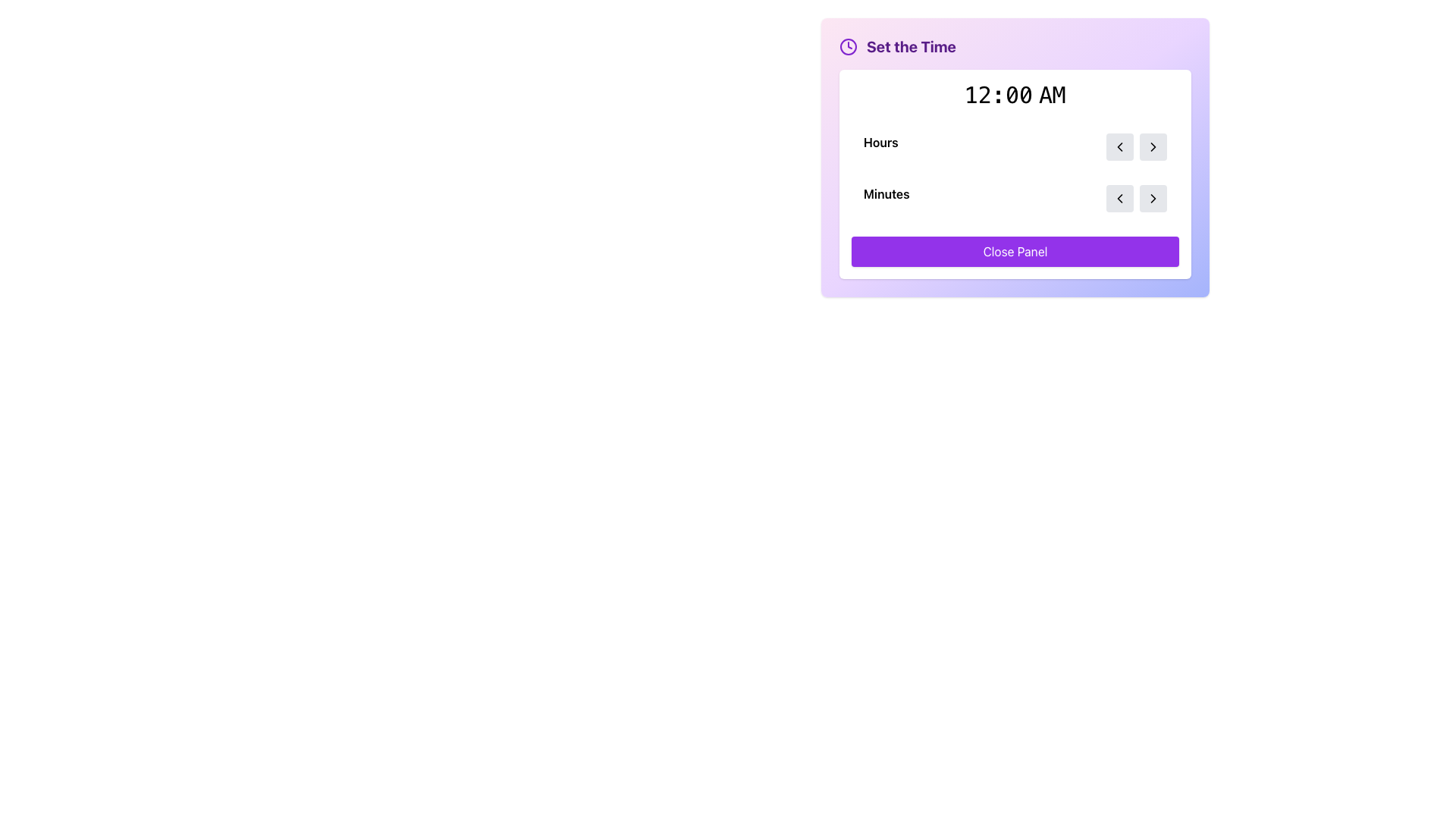  What do you see at coordinates (1120, 146) in the screenshot?
I see `the button that decreases the hour in the 'Set the Time' interface, located to the right of the 'Hours' label` at bounding box center [1120, 146].